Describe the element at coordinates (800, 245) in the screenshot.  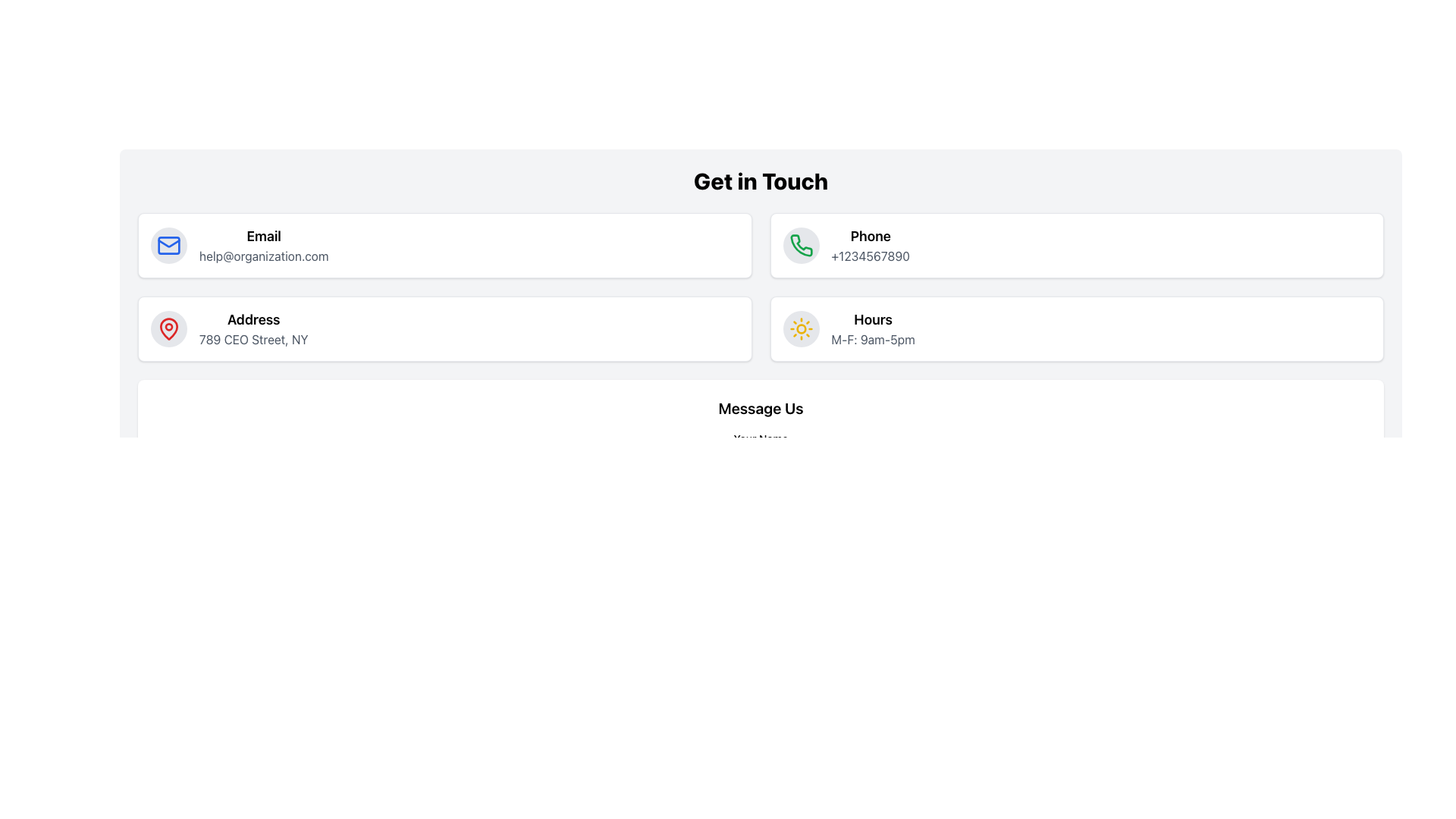
I see `the phone icon located in the top right section of the interface within the 'Phone' card to initiate a call or obtain more contact details` at that location.